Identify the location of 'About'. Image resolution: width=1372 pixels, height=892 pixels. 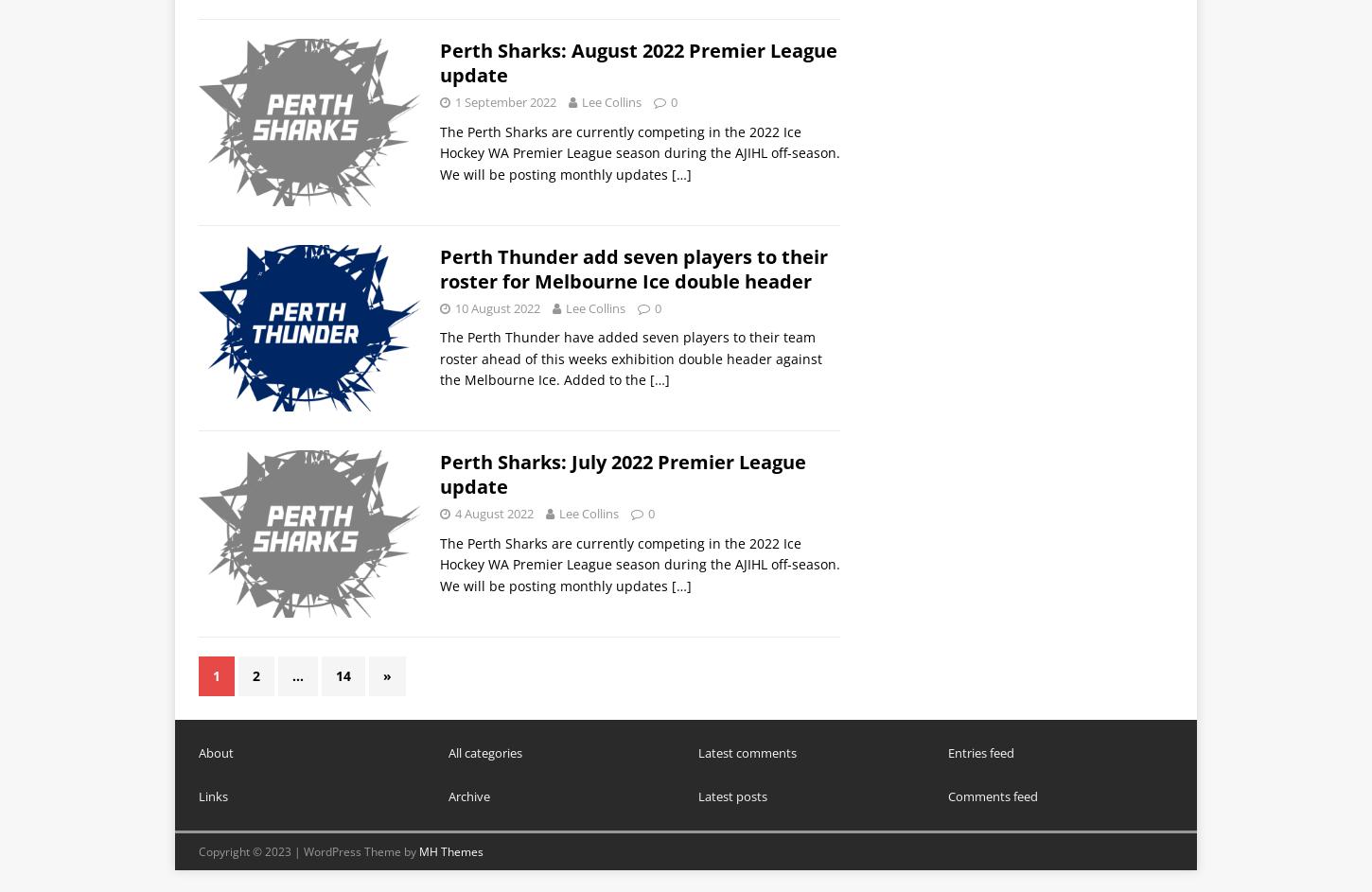
(215, 751).